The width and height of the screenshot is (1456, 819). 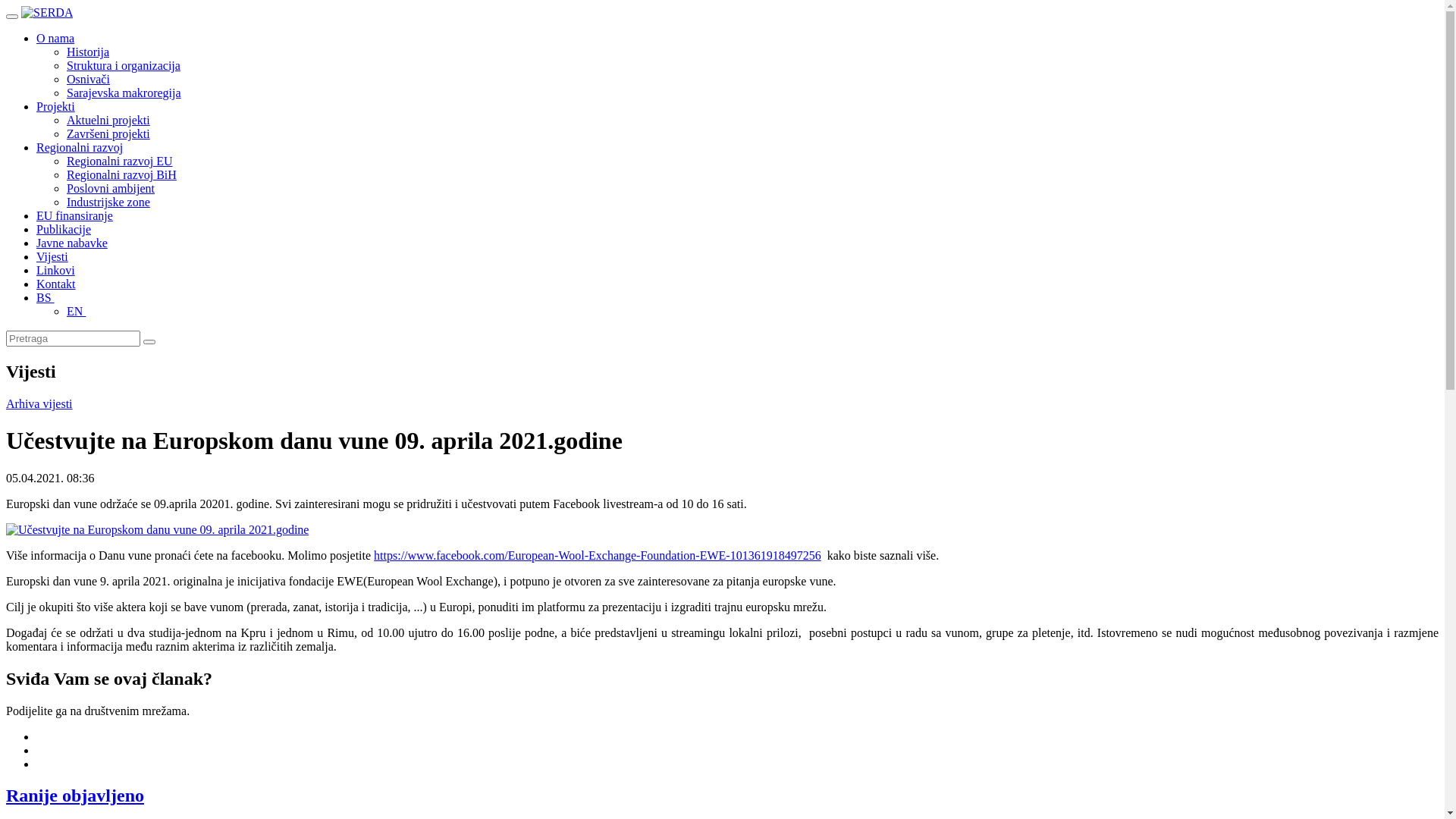 I want to click on 'Vijesti', so click(x=52, y=256).